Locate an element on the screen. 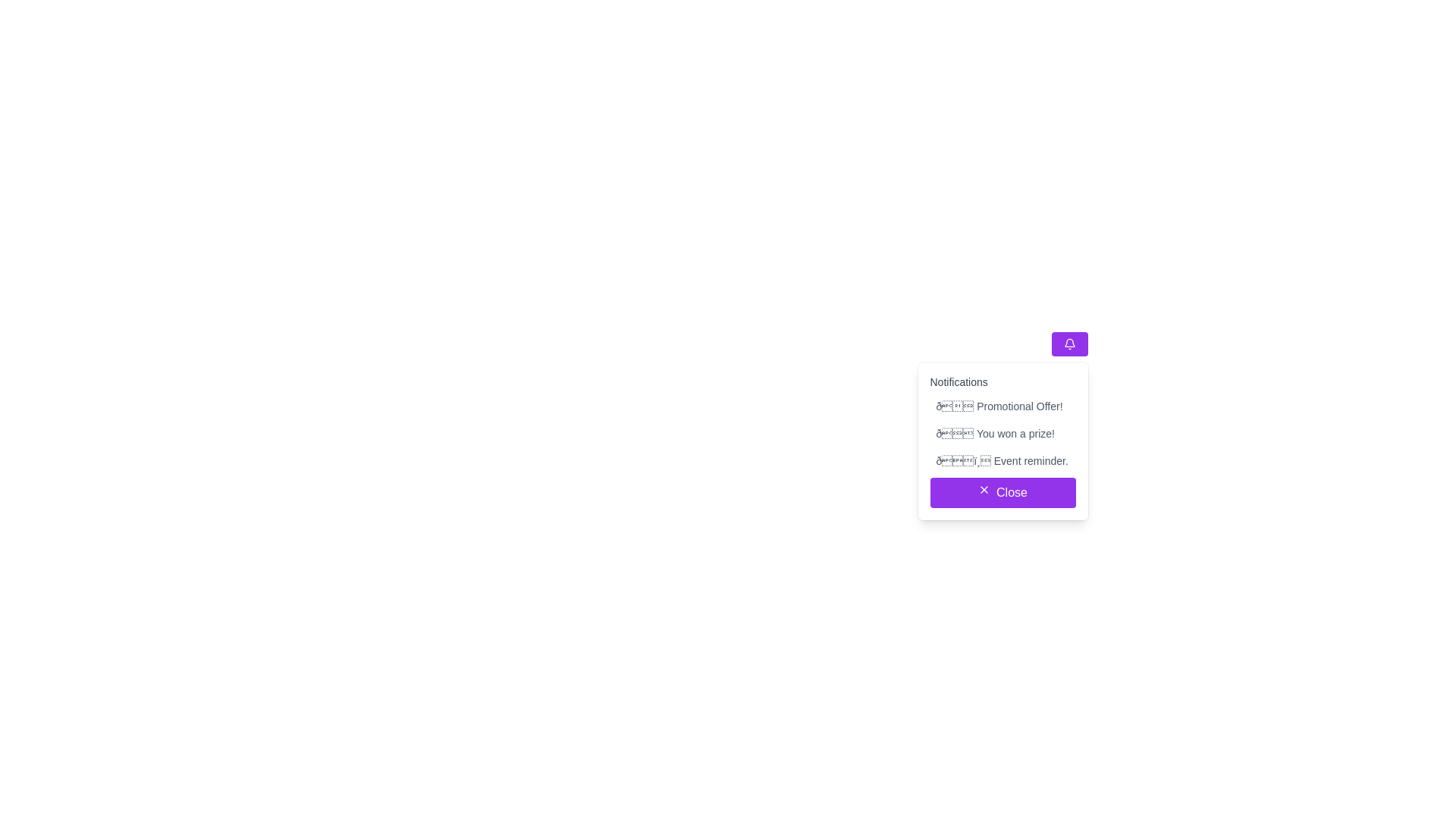  the button located at the bottom of the notification modal is located at coordinates (1068, 485).